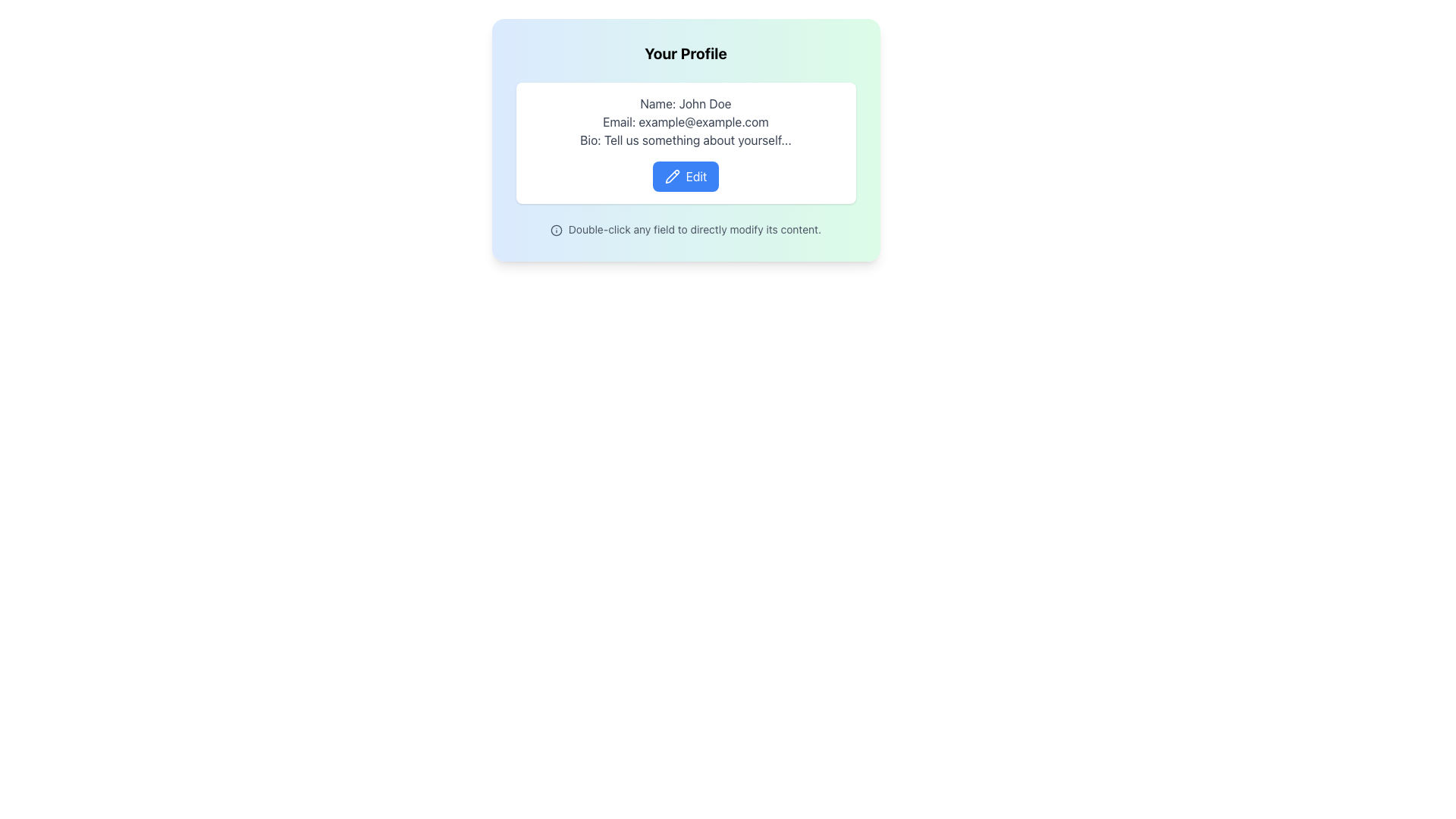 This screenshot has width=1456, height=819. Describe the element at coordinates (685, 103) in the screenshot. I see `the static text label displaying the user's name in the profile overview section` at that location.